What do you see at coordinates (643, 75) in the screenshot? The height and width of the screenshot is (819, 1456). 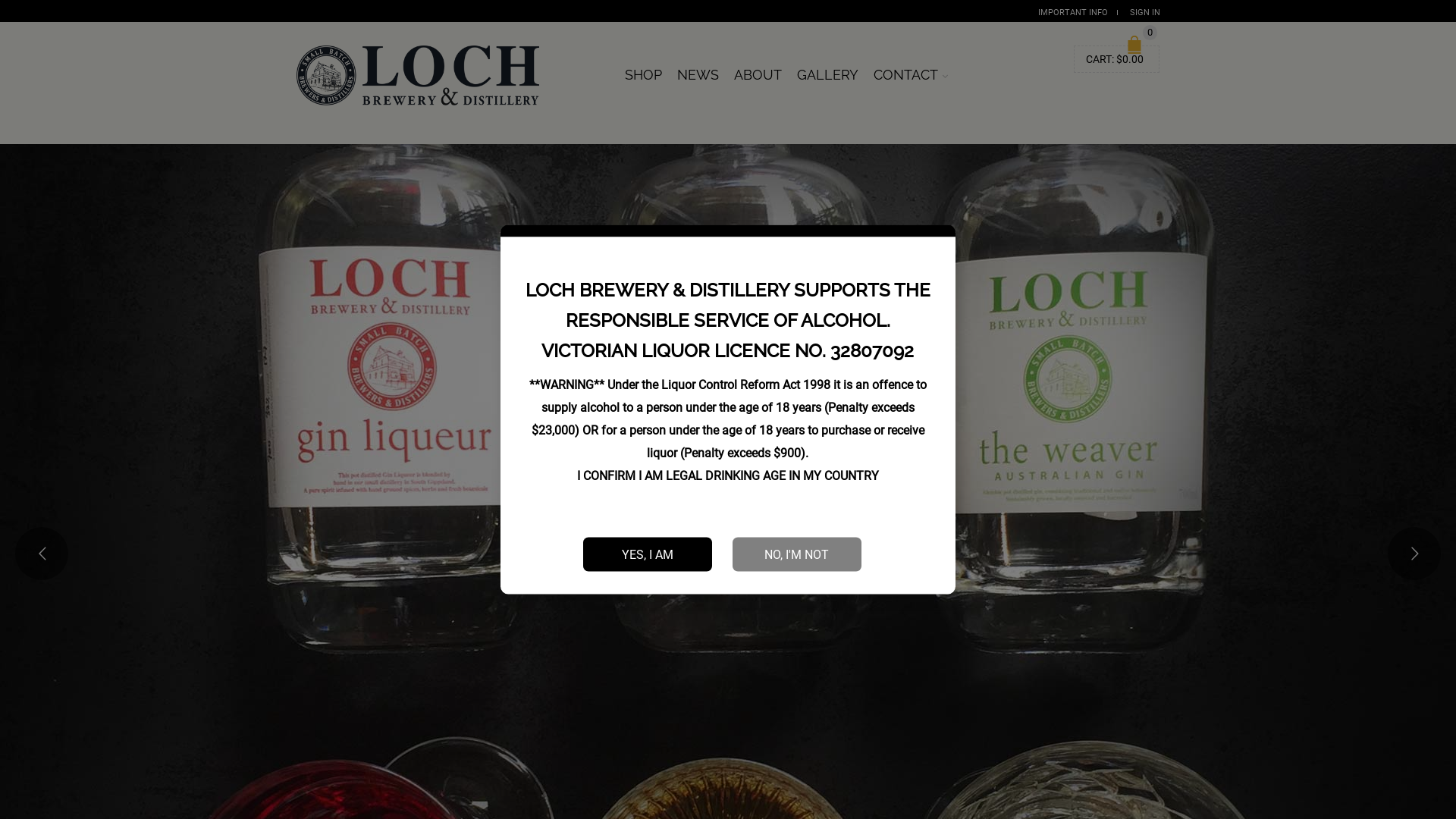 I see `'SHOP'` at bounding box center [643, 75].